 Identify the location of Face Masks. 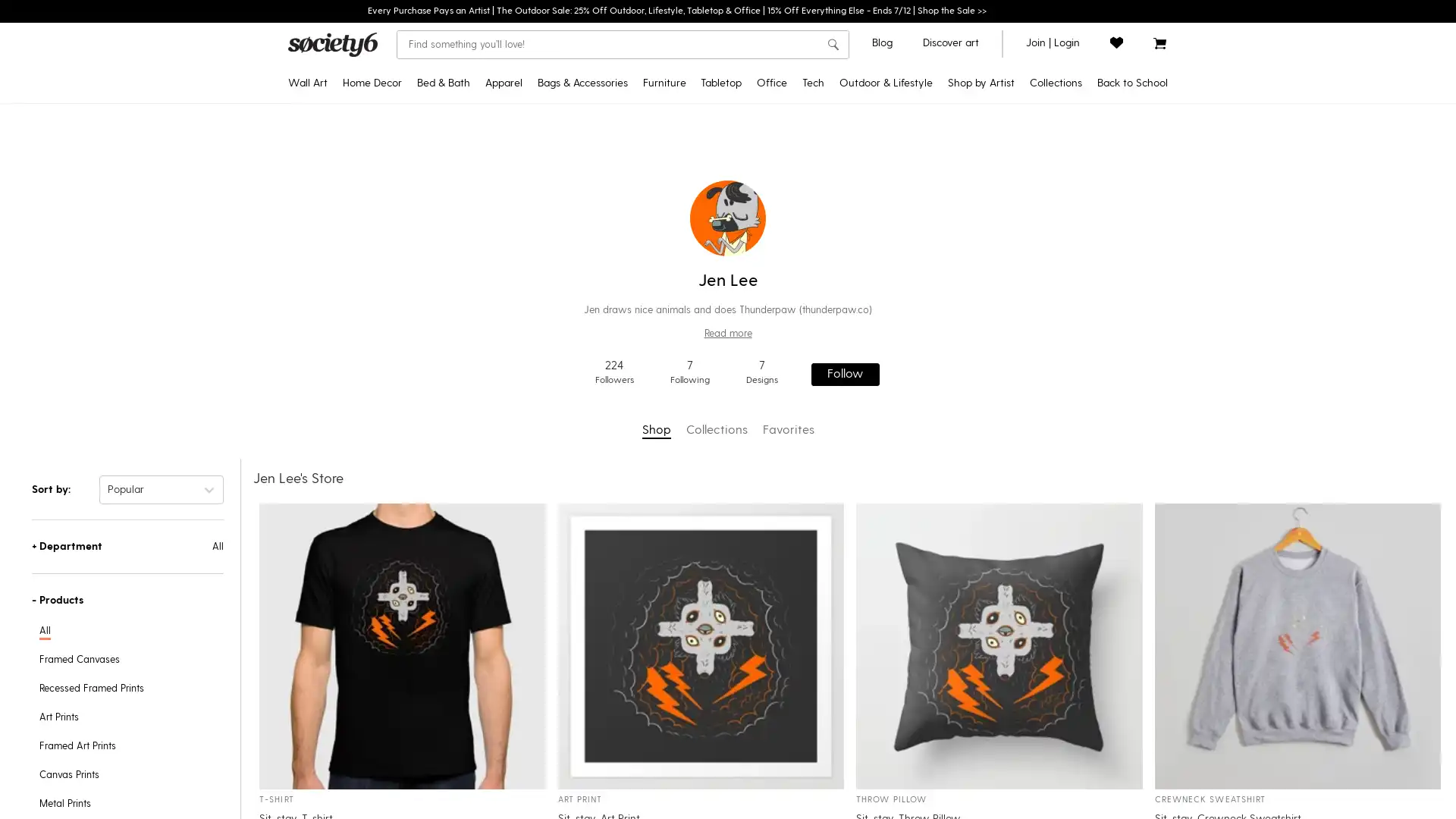
(592, 292).